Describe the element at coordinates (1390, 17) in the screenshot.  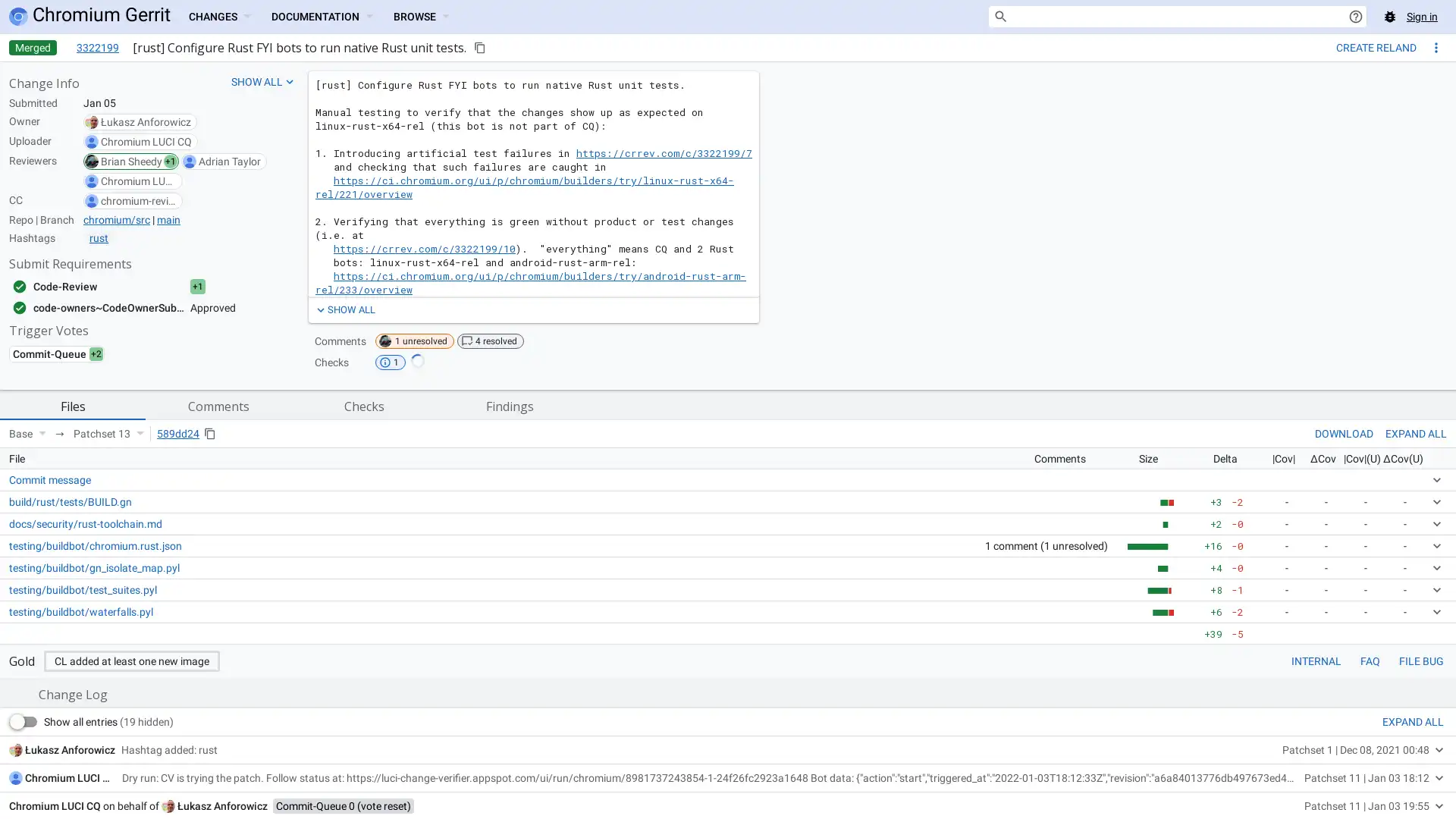
I see `File a bug` at that location.